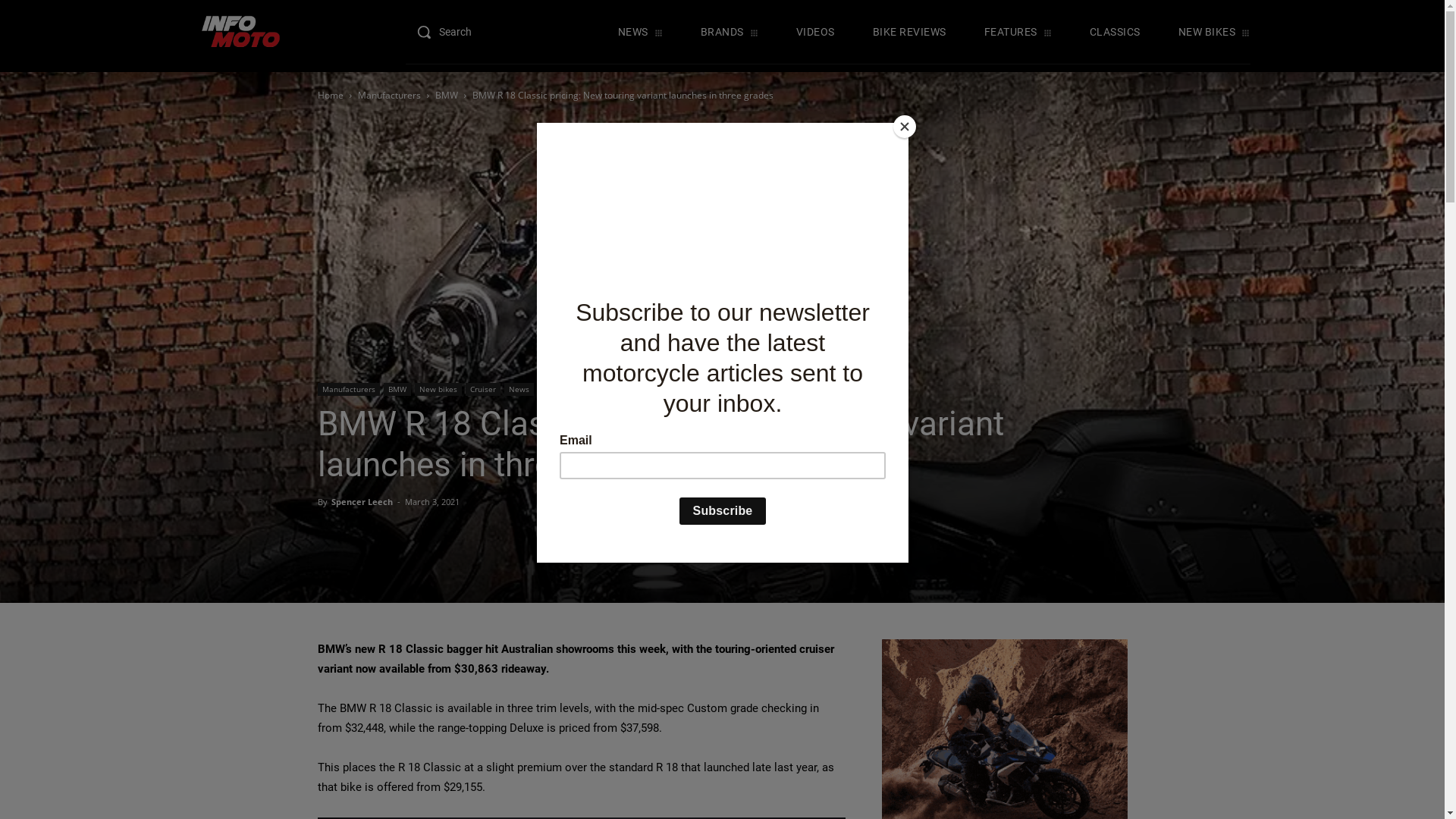 This screenshot has height=819, width=1456. Describe the element at coordinates (1214, 32) in the screenshot. I see `'NEW BIKES'` at that location.